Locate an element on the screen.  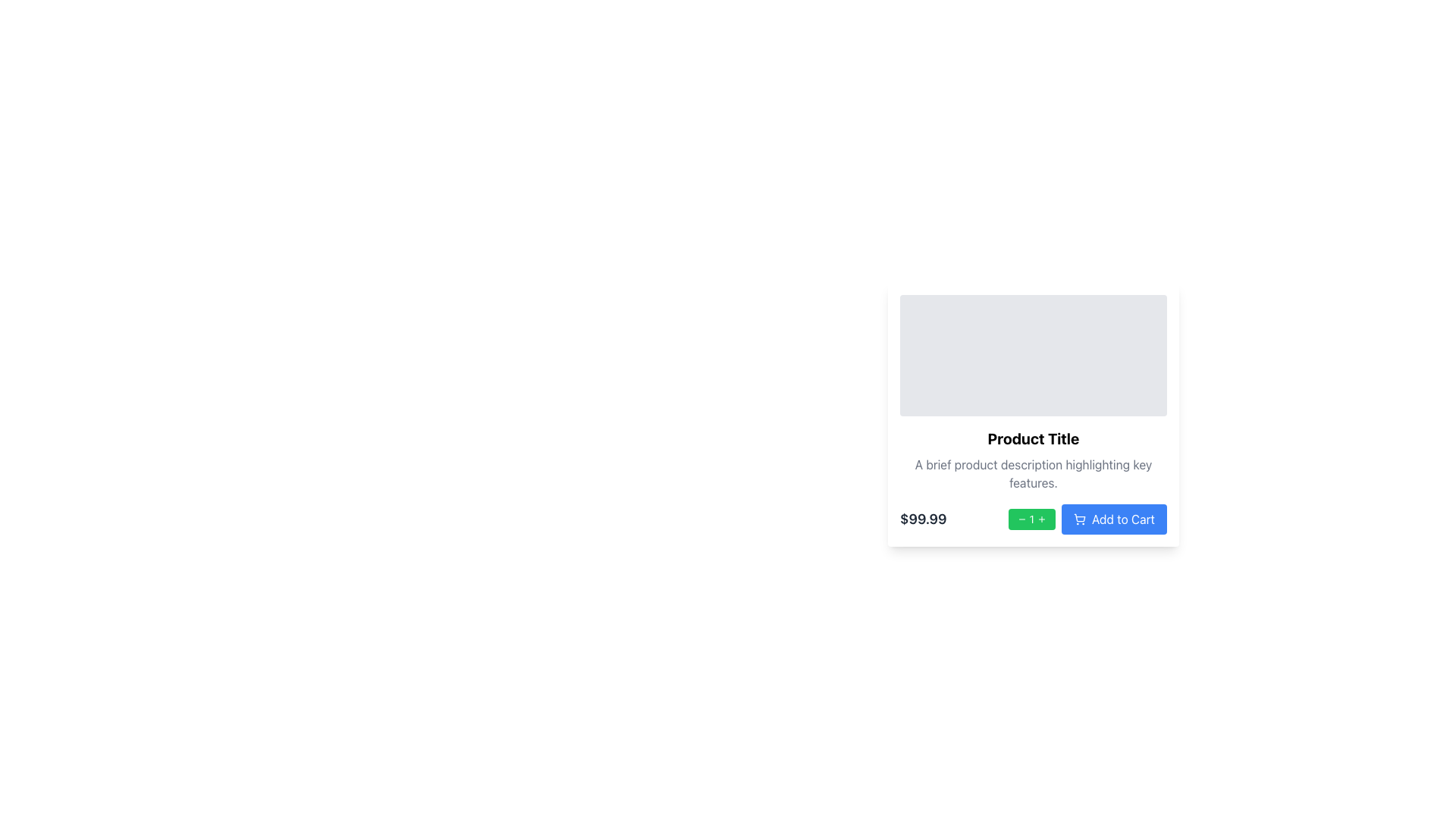
text from the Text Label that provides a concise description of the product, positioned beneath the title text and above the pricing section is located at coordinates (1033, 472).